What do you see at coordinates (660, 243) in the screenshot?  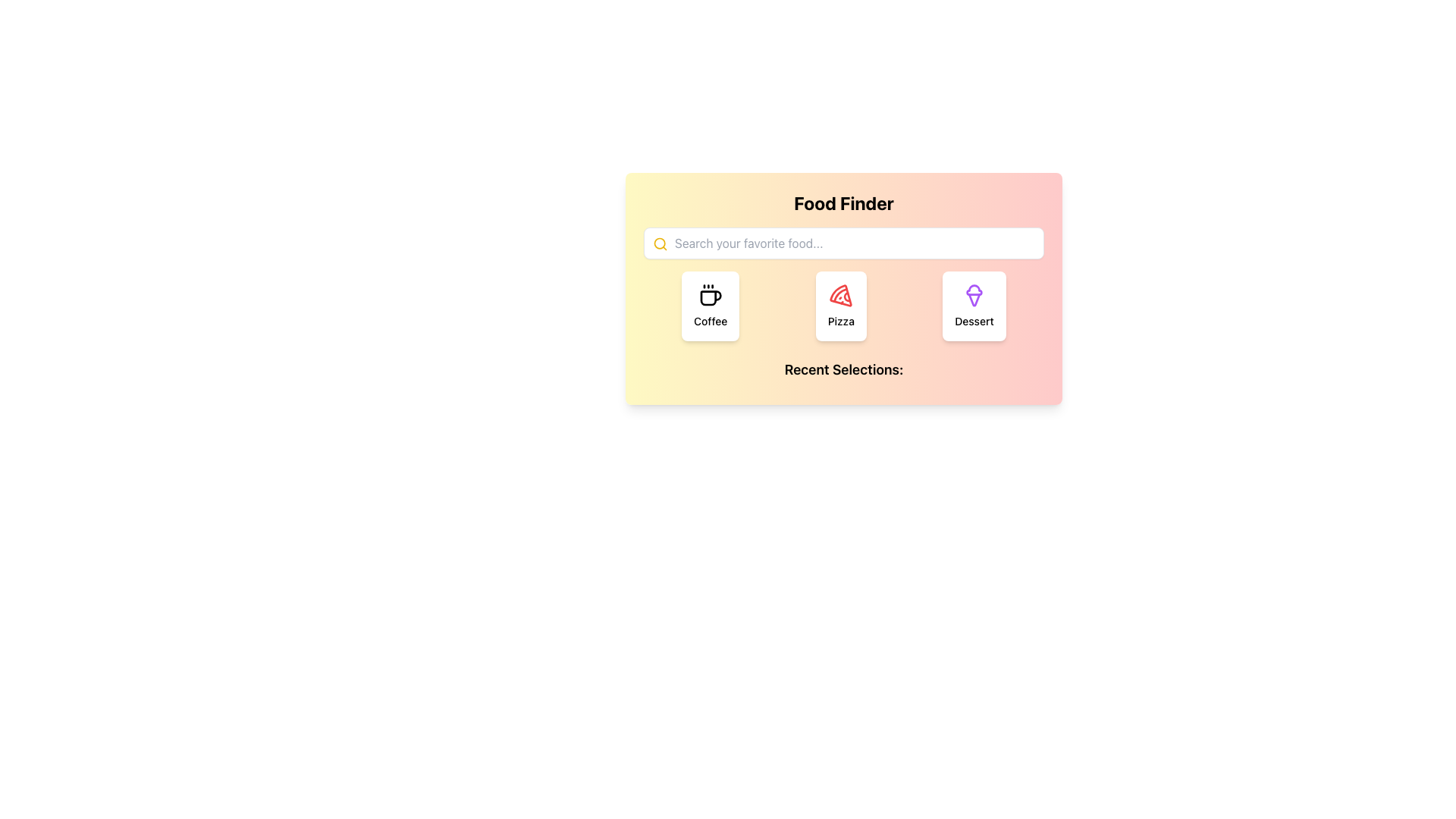 I see `the state of the circular red search icon, which is located inside the search graphic at the left of the search bar` at bounding box center [660, 243].